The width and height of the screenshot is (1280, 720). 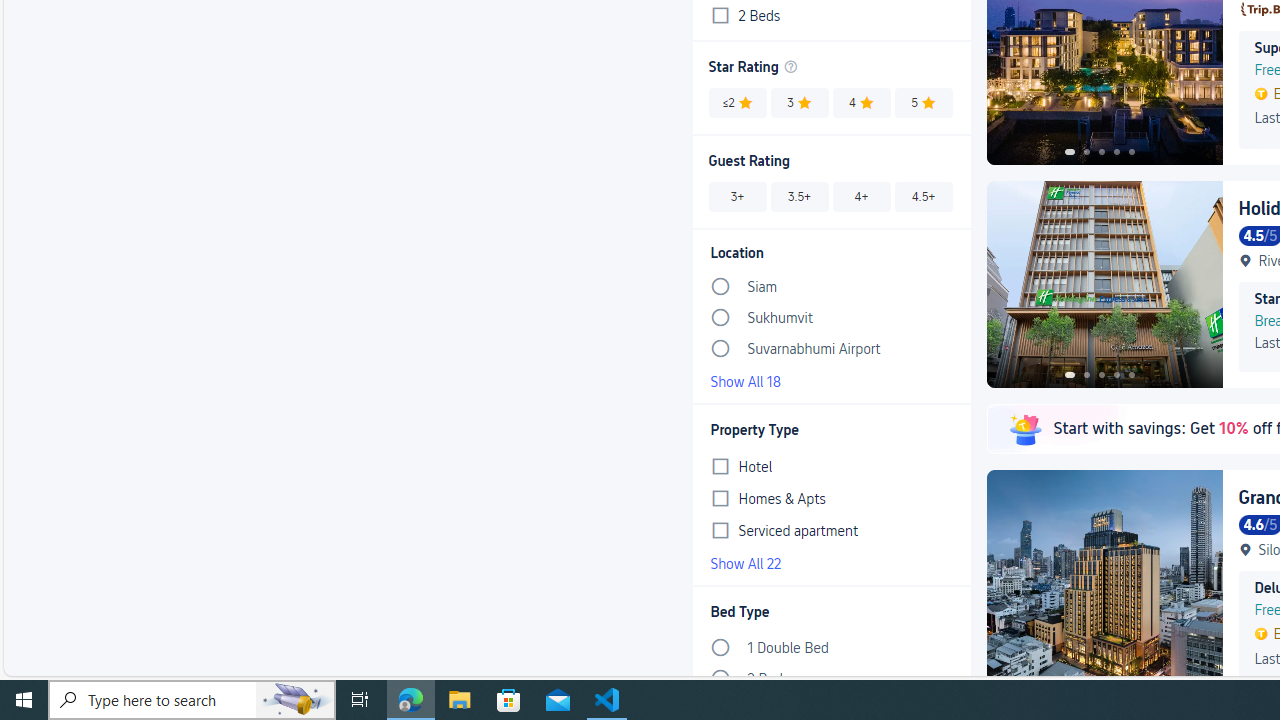 What do you see at coordinates (1024, 427) in the screenshot?
I see `'Class: m-lazyImg__img'` at bounding box center [1024, 427].